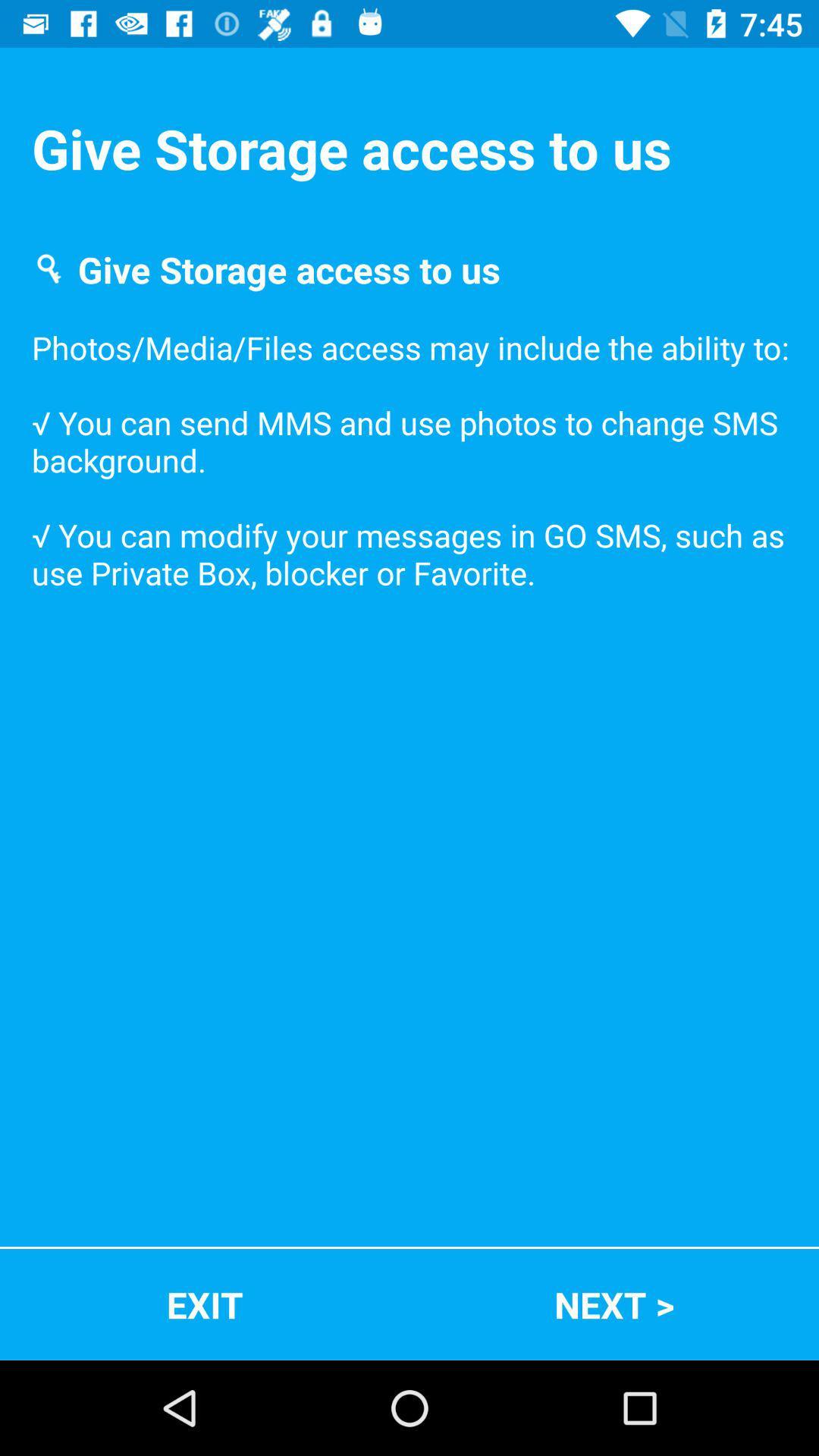 This screenshot has height=1456, width=819. Describe the element at coordinates (205, 1304) in the screenshot. I see `icon to the left of the next >` at that location.